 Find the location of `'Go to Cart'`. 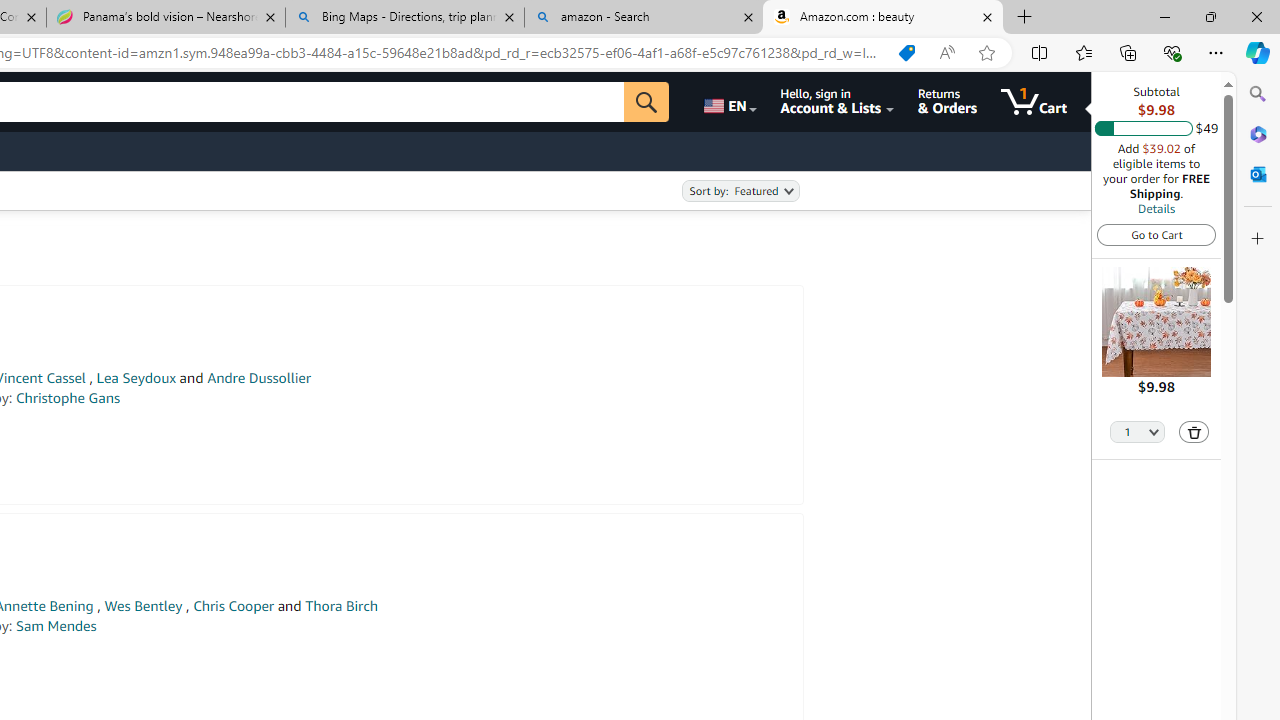

'Go to Cart' is located at coordinates (1156, 233).